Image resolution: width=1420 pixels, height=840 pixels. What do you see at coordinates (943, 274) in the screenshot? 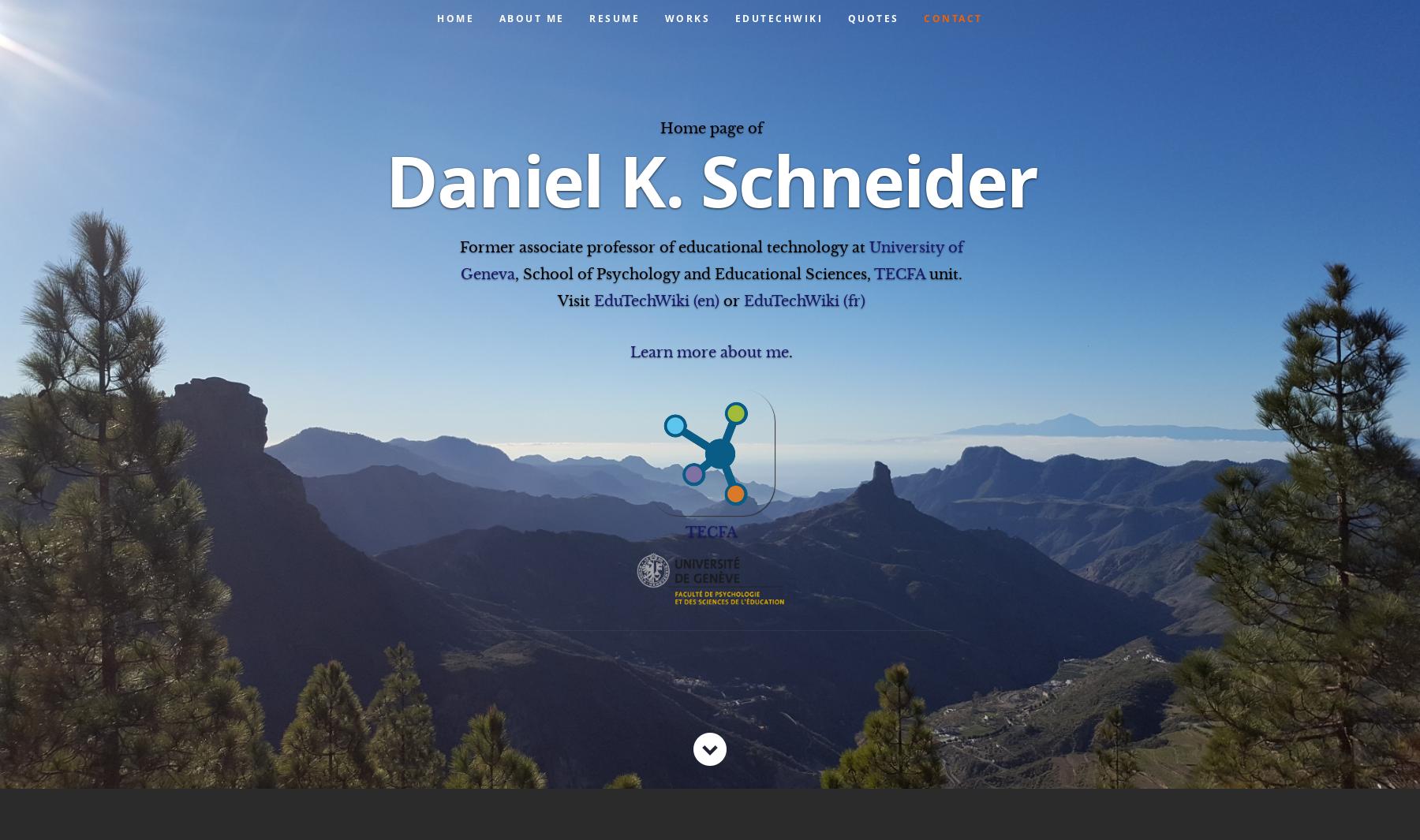
I see `'unit.'` at bounding box center [943, 274].